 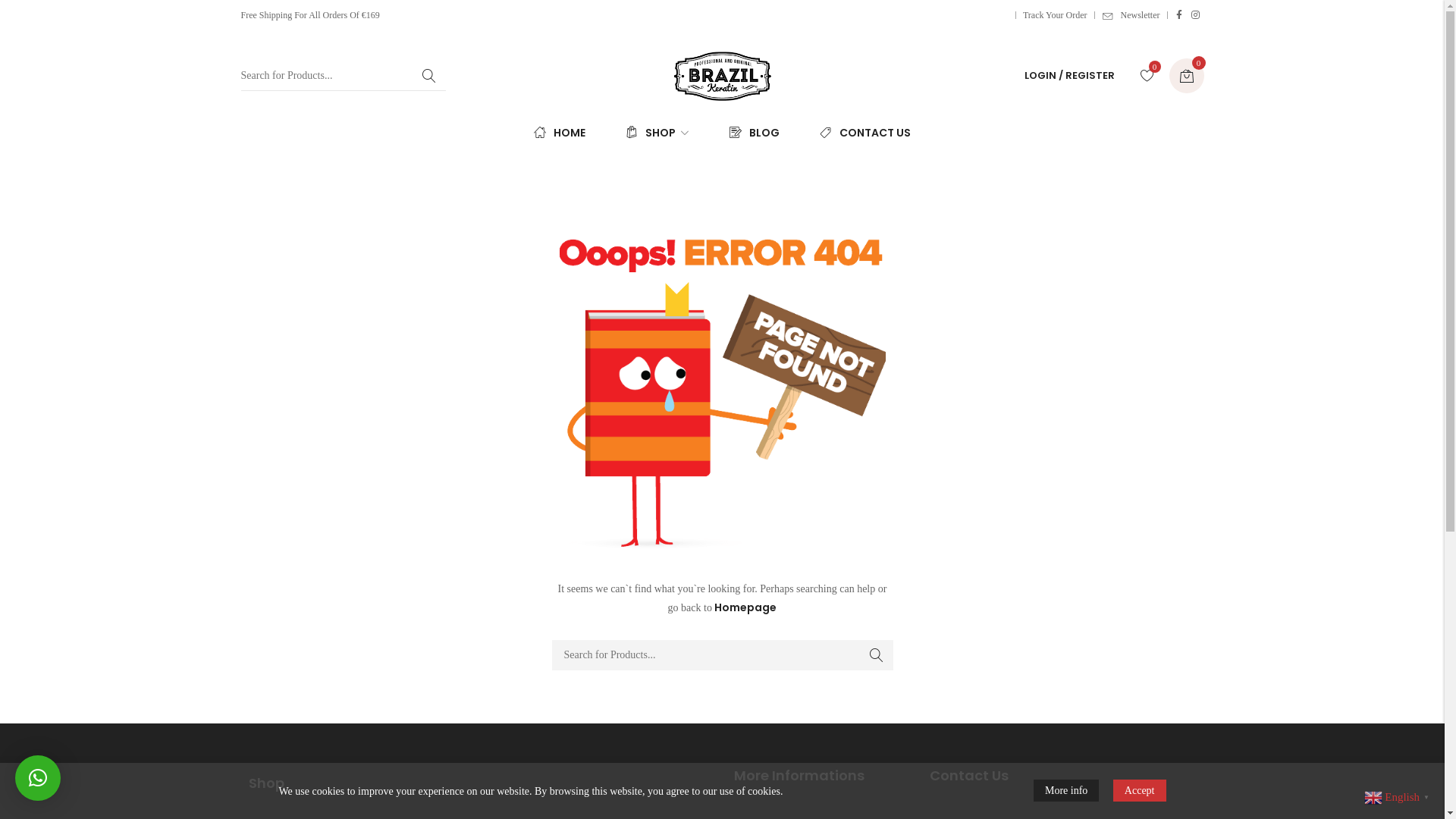 I want to click on '0', so click(x=1185, y=76).